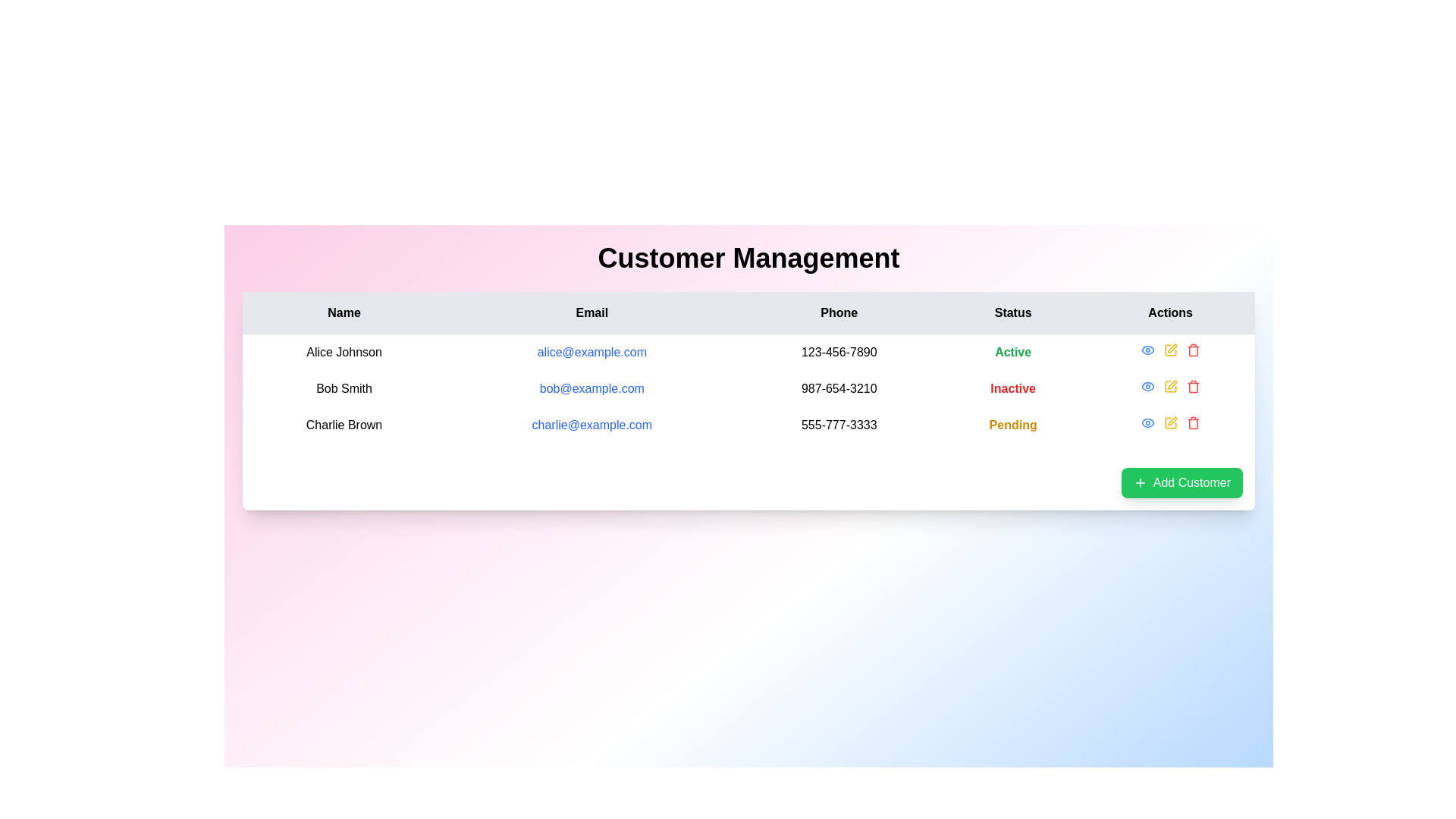  I want to click on the square part of the pen and square icon located in the 'Actions' column beside the 'Bob Smith' entry, so click(1169, 350).